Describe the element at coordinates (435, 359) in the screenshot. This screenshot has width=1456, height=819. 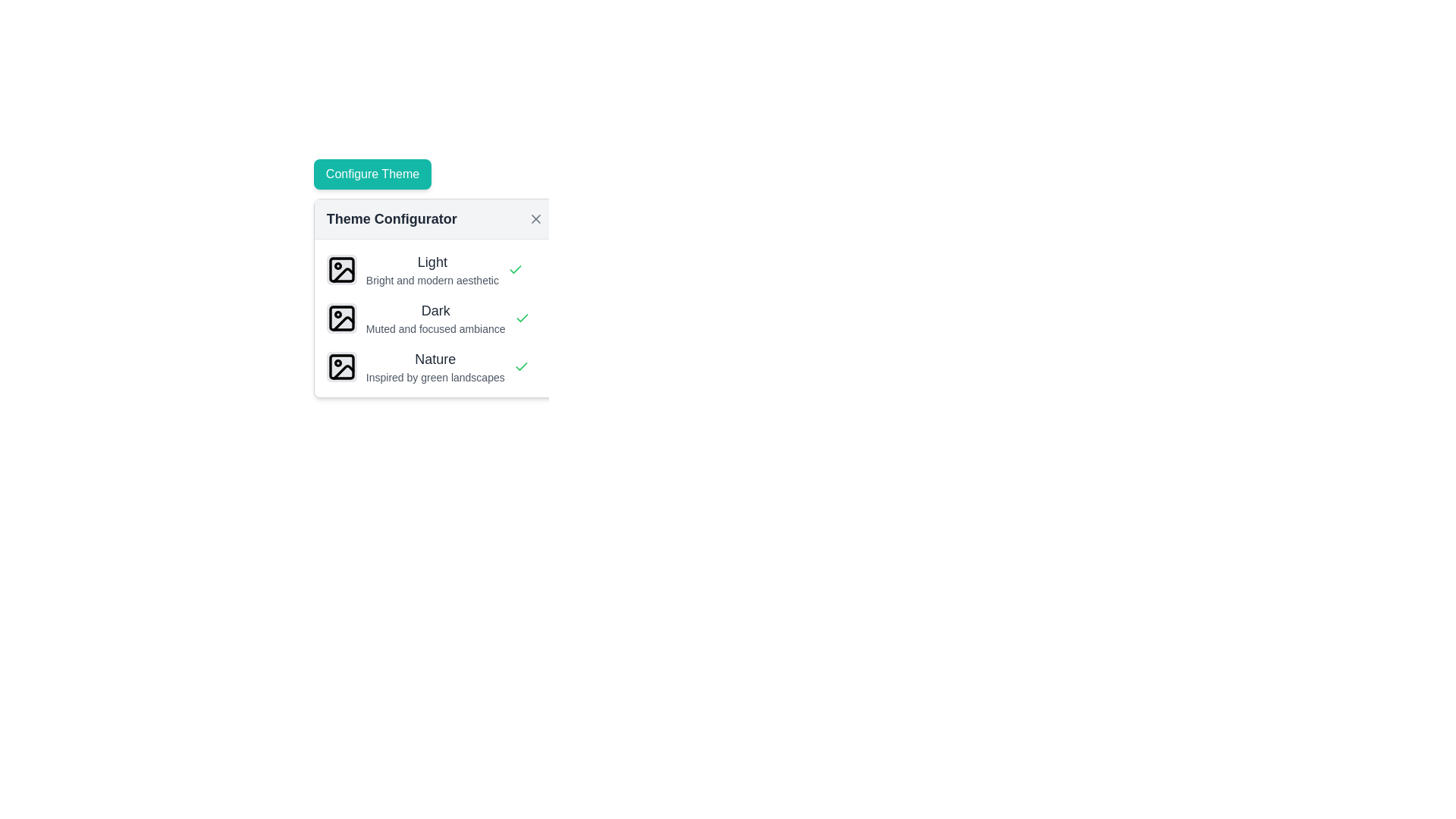
I see `the 'Nature' theme configuration title text label located within the 'Theme Configurator' panel` at that location.